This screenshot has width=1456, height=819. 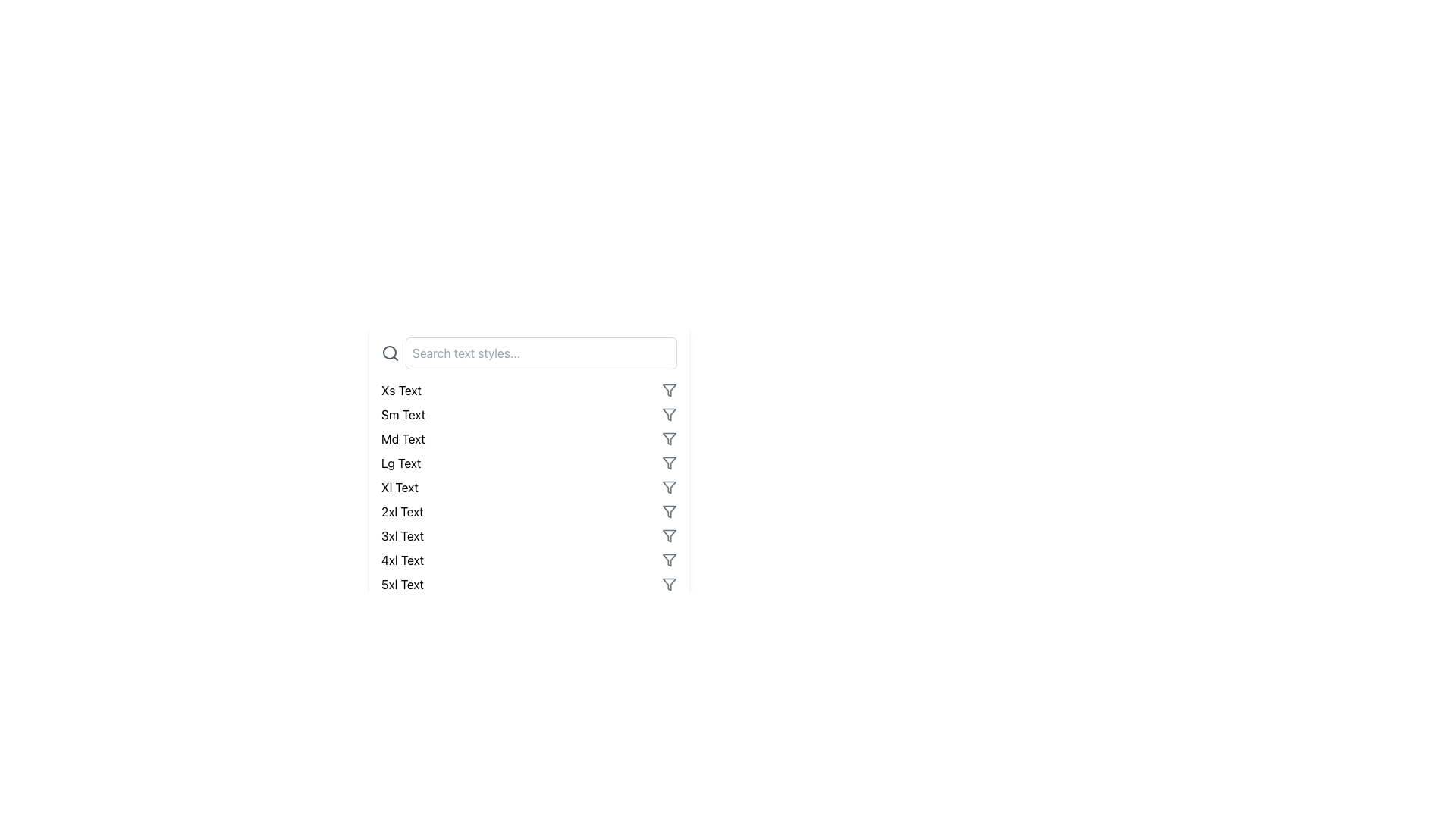 I want to click on the sorting or filtering icon located to the right of the 'Xs Text' row in the list of text styles, so click(x=669, y=390).